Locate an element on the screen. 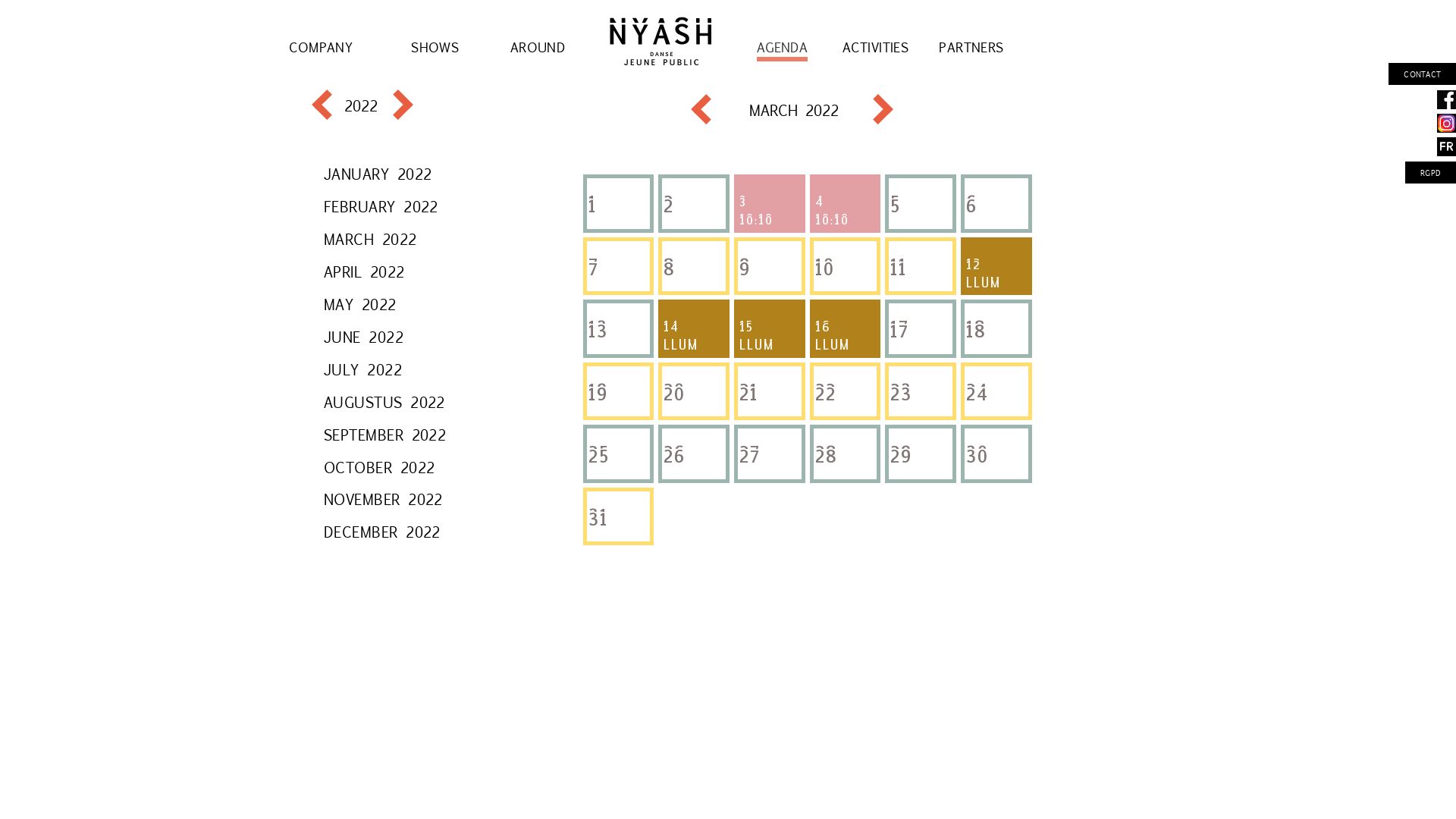 The image size is (1456, 819). 'SHOWS' is located at coordinates (434, 45).